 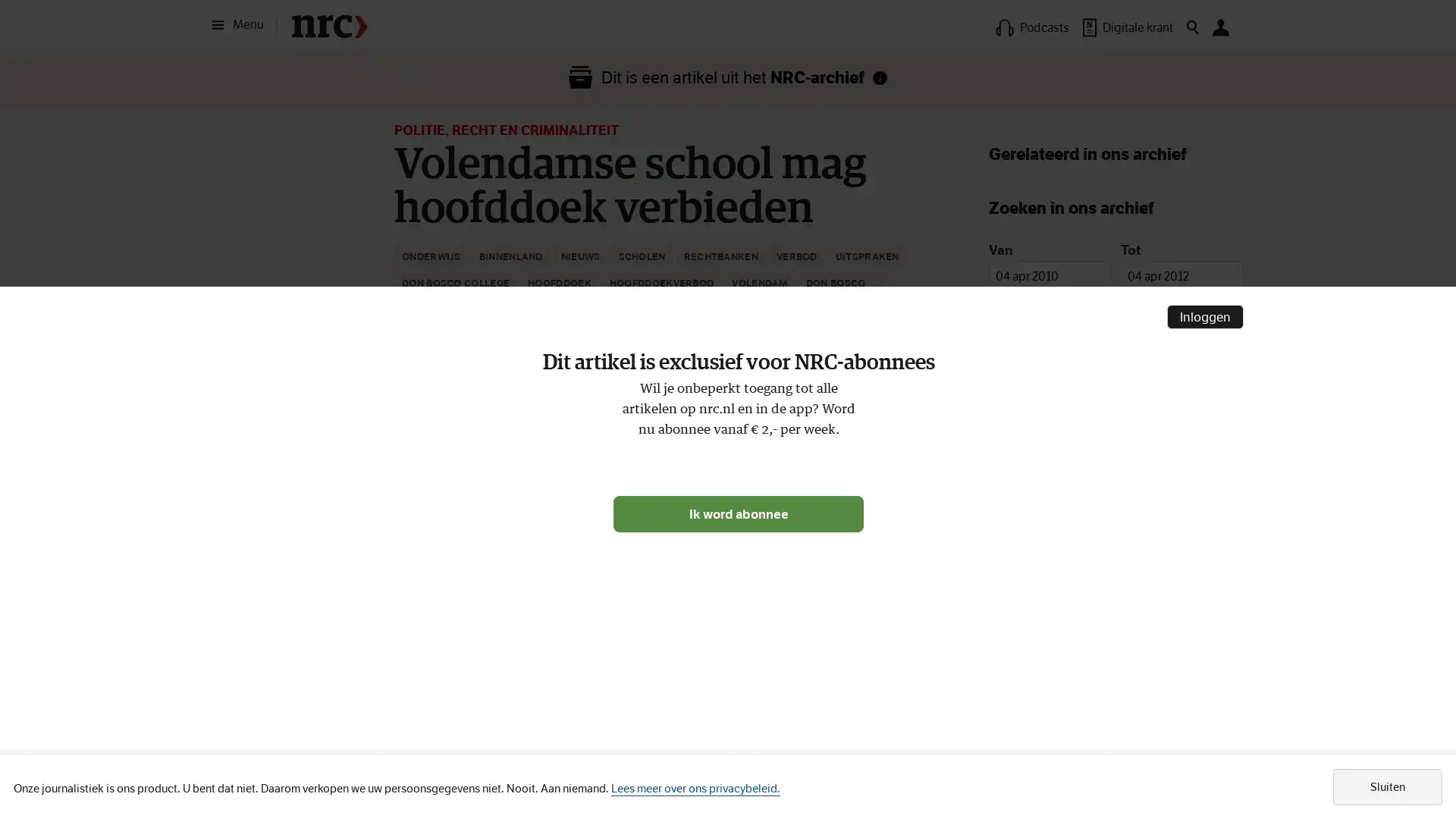 I want to click on ..., so click(x=884, y=284).